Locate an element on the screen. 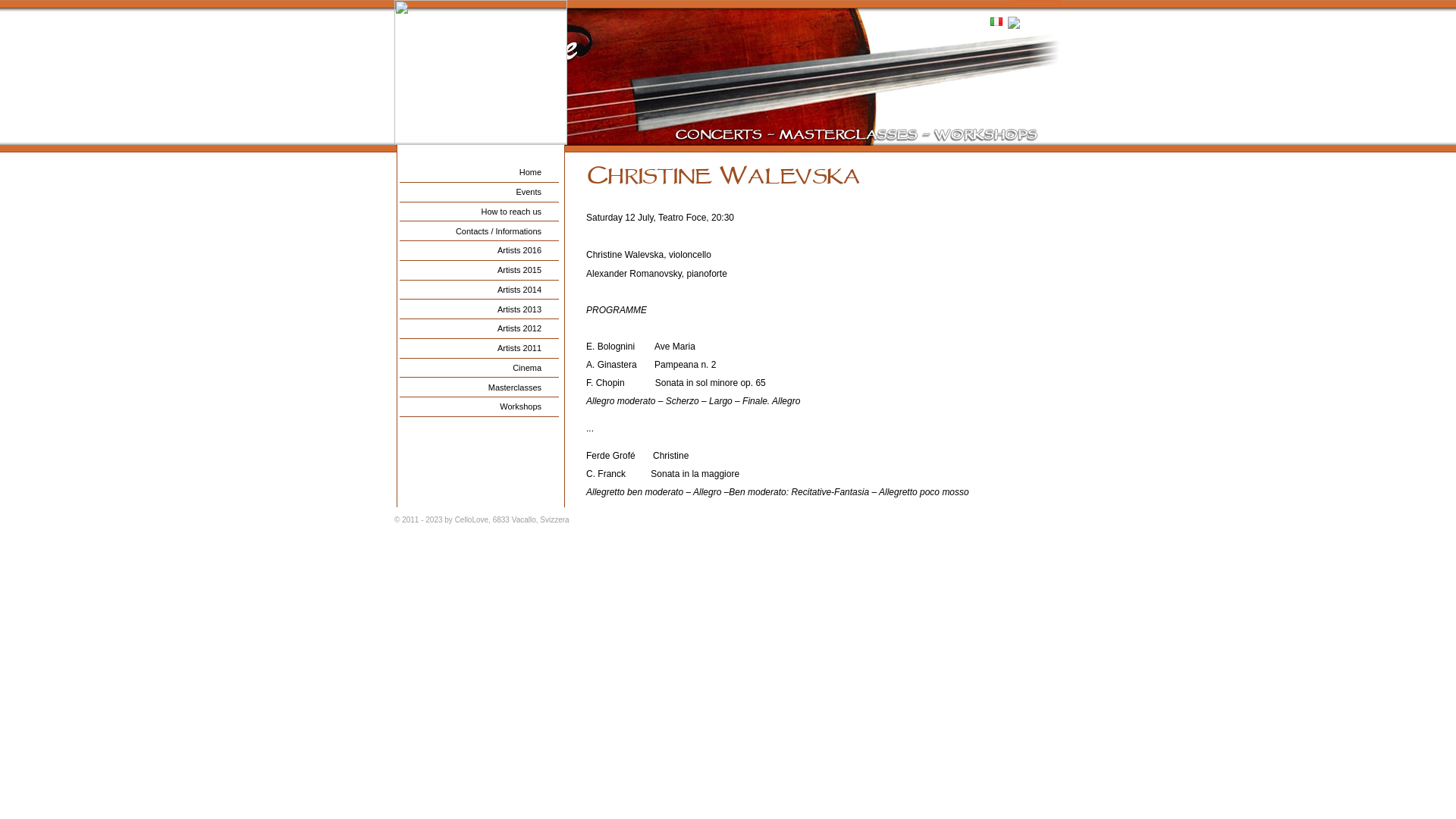 Image resolution: width=1456 pixels, height=819 pixels. 'Italiano' is located at coordinates (996, 21).